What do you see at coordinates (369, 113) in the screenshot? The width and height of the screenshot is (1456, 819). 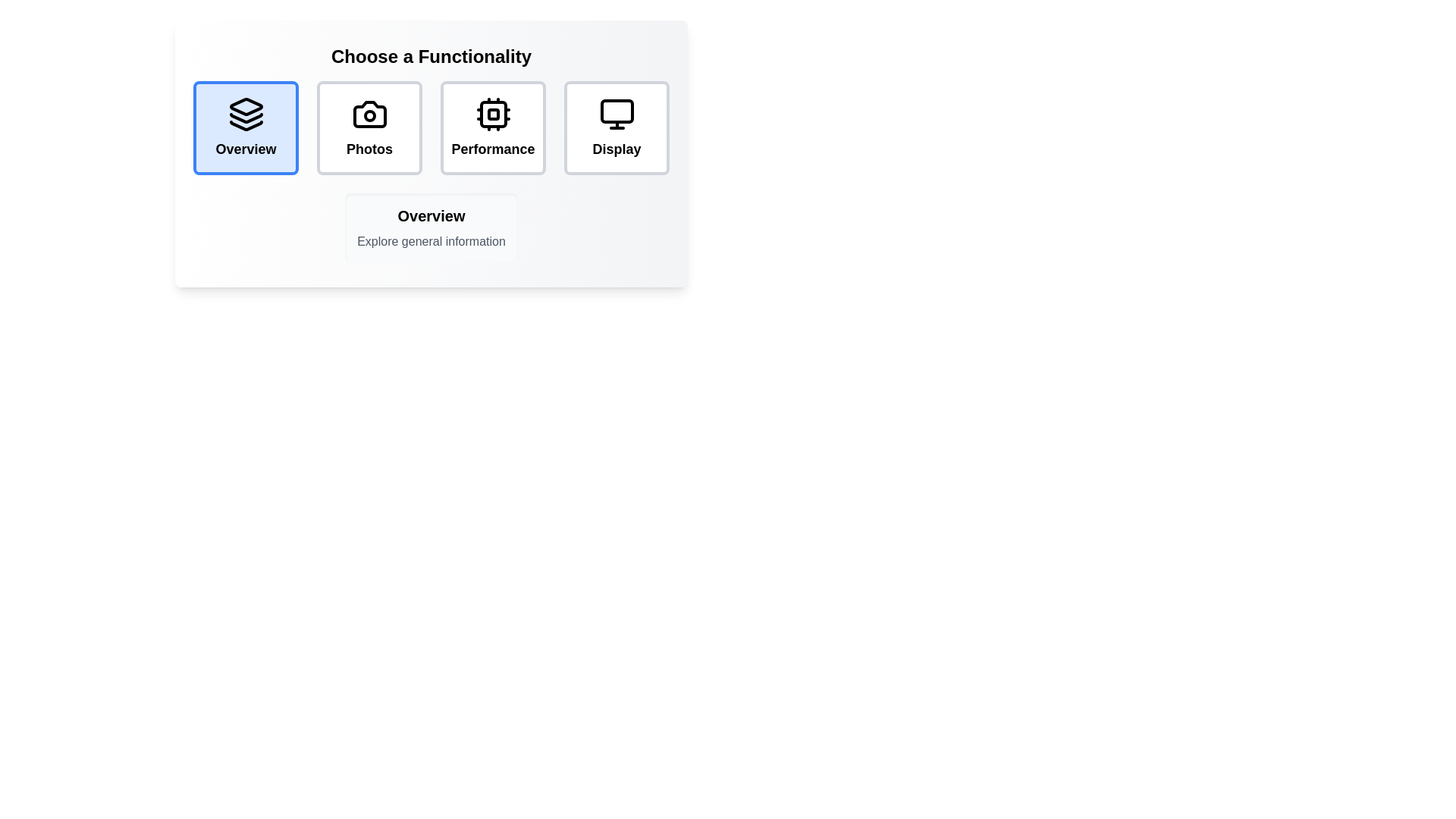 I see `the minimalist camera icon located in the upper section of the 'Photos' UI card, which is the second card from the left in a horizontal row of four cards` at bounding box center [369, 113].